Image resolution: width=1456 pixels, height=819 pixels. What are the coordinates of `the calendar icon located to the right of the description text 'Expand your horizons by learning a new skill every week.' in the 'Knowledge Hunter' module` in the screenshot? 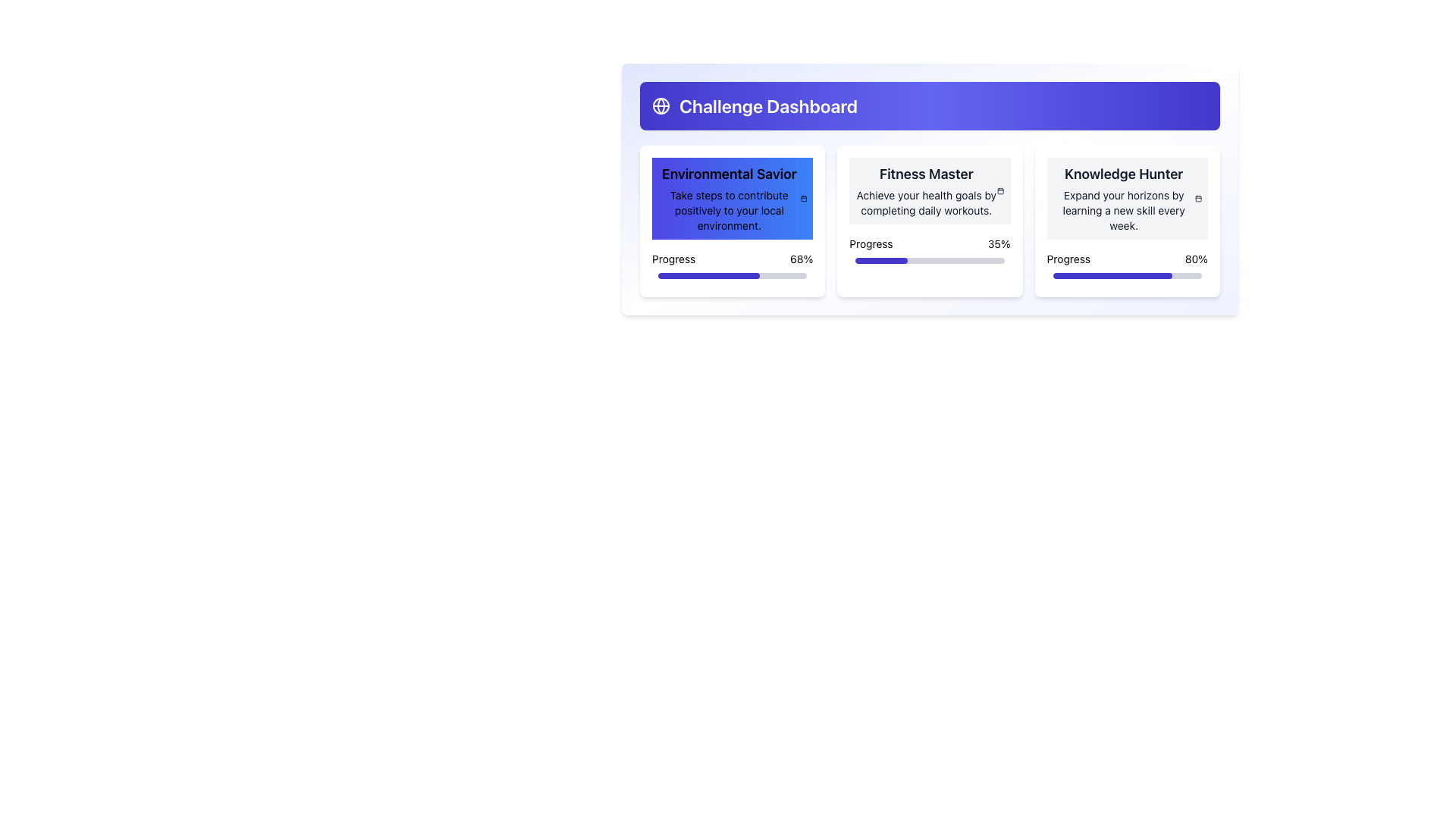 It's located at (1197, 198).